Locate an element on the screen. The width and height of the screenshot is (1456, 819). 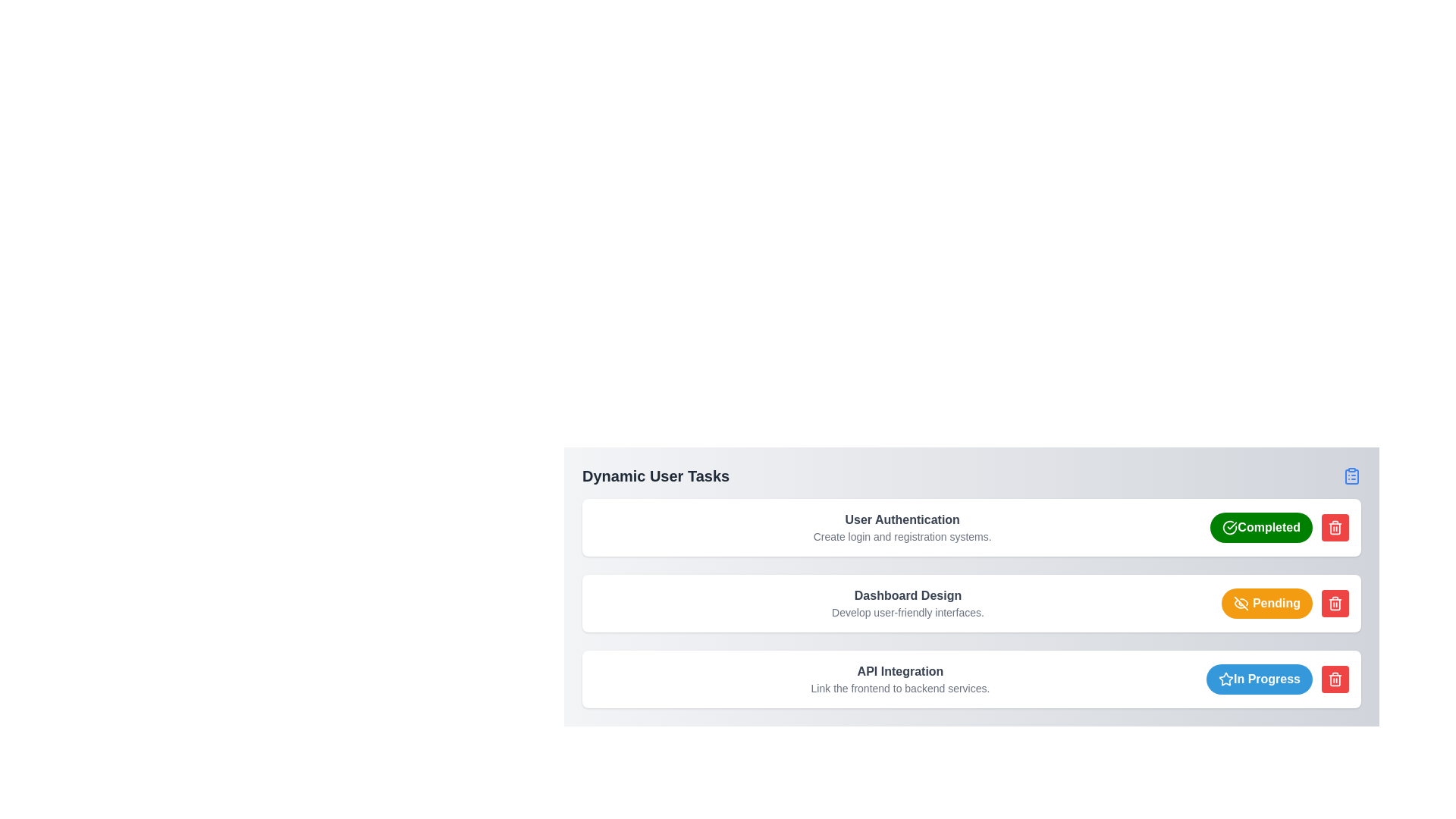
the text block titled 'Dashboard Design' which contains the description 'Develop user-friendly interfaces.' is located at coordinates (908, 602).